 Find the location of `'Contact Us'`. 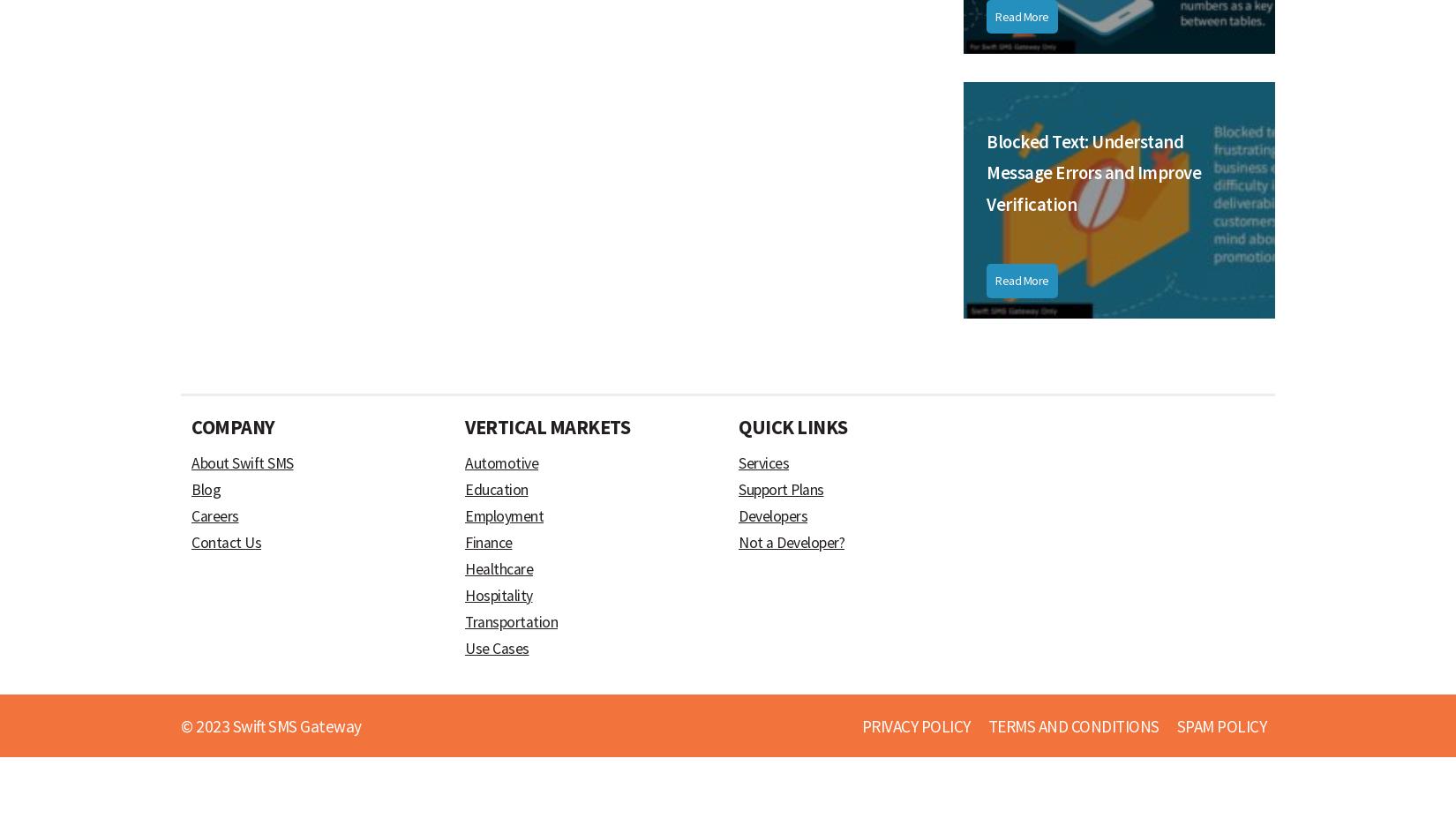

'Contact Us' is located at coordinates (226, 543).